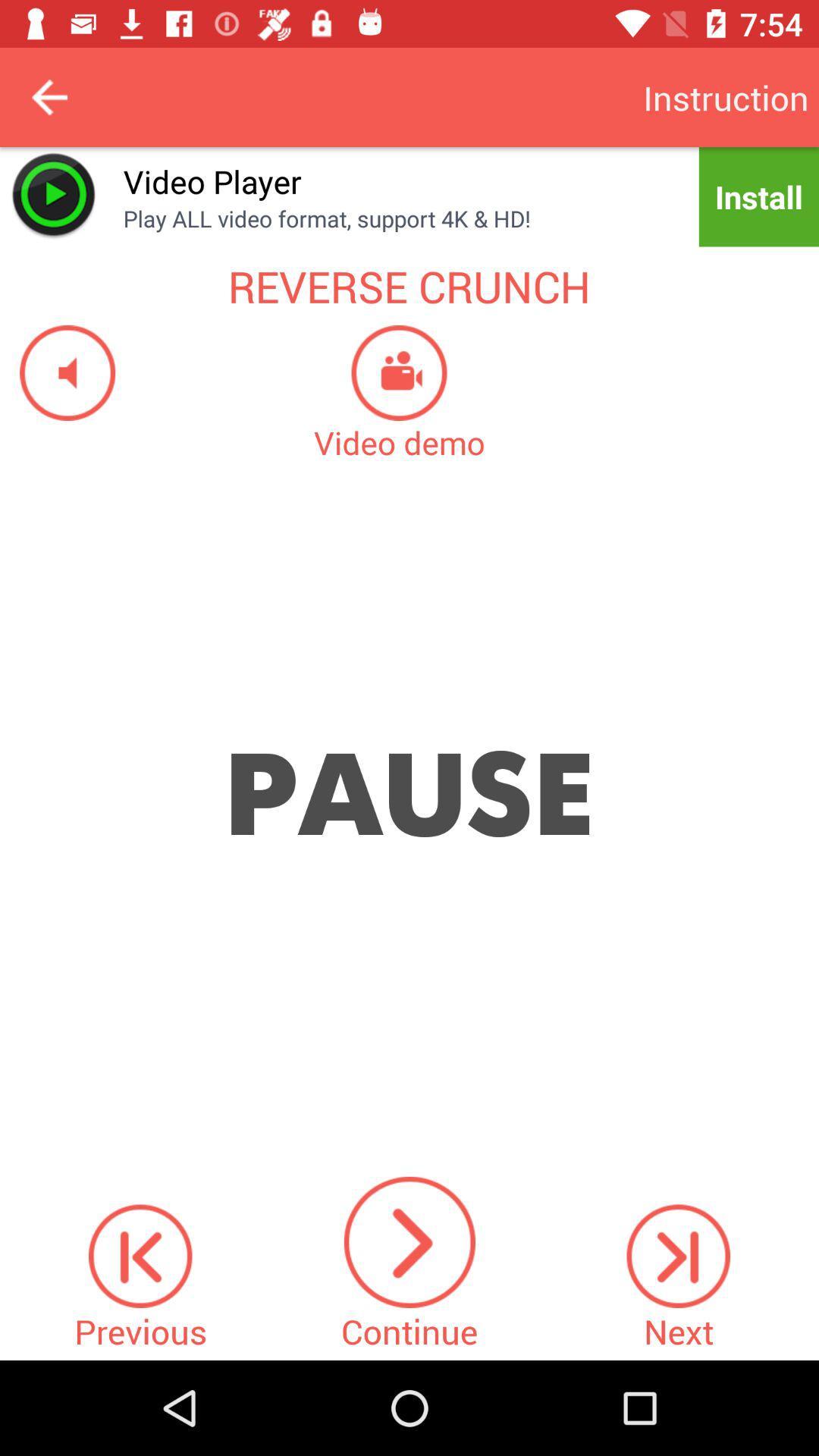 The width and height of the screenshot is (819, 1456). I want to click on go back, so click(49, 96).